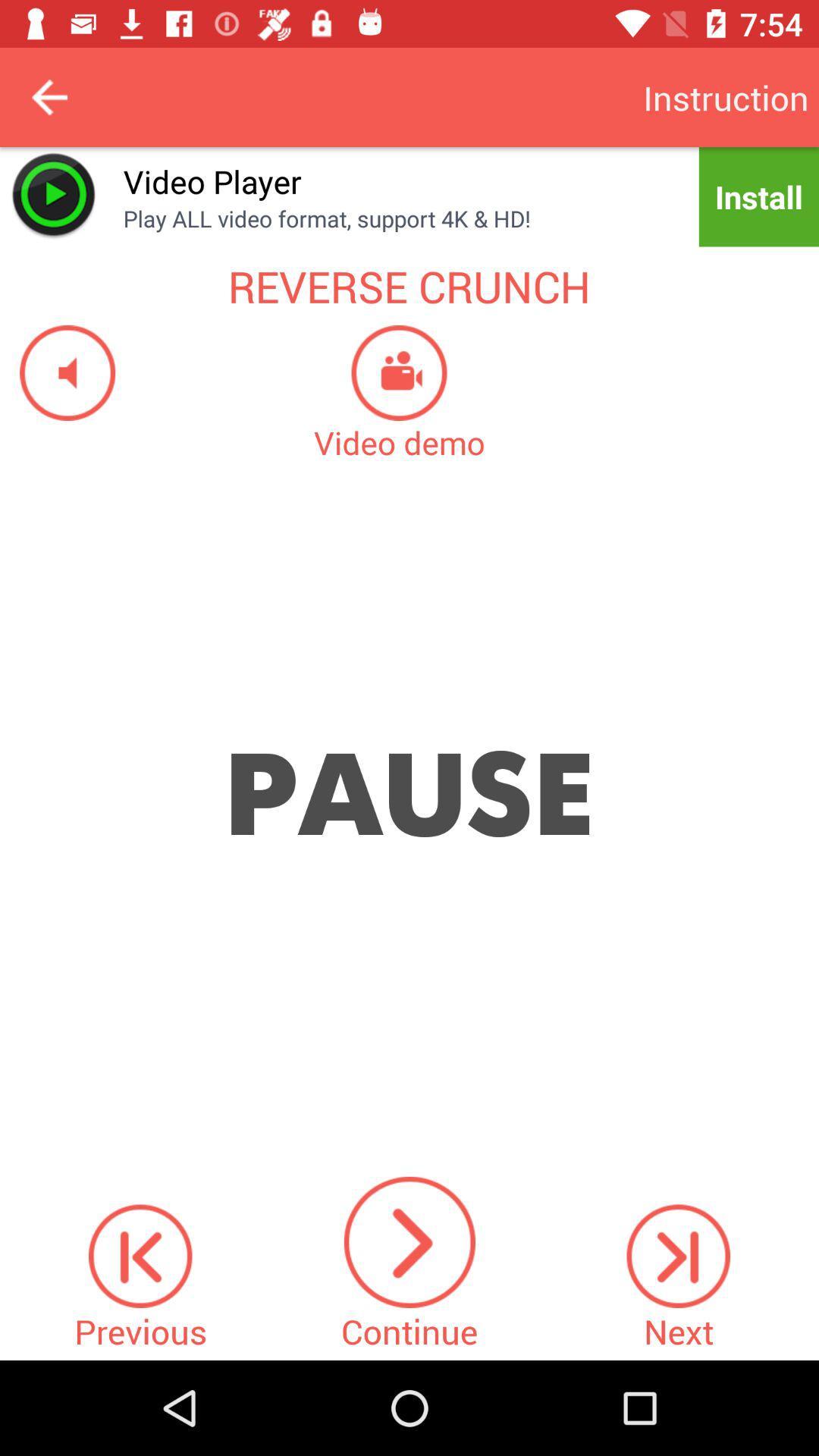 The width and height of the screenshot is (819, 1456). I want to click on go back, so click(49, 96).